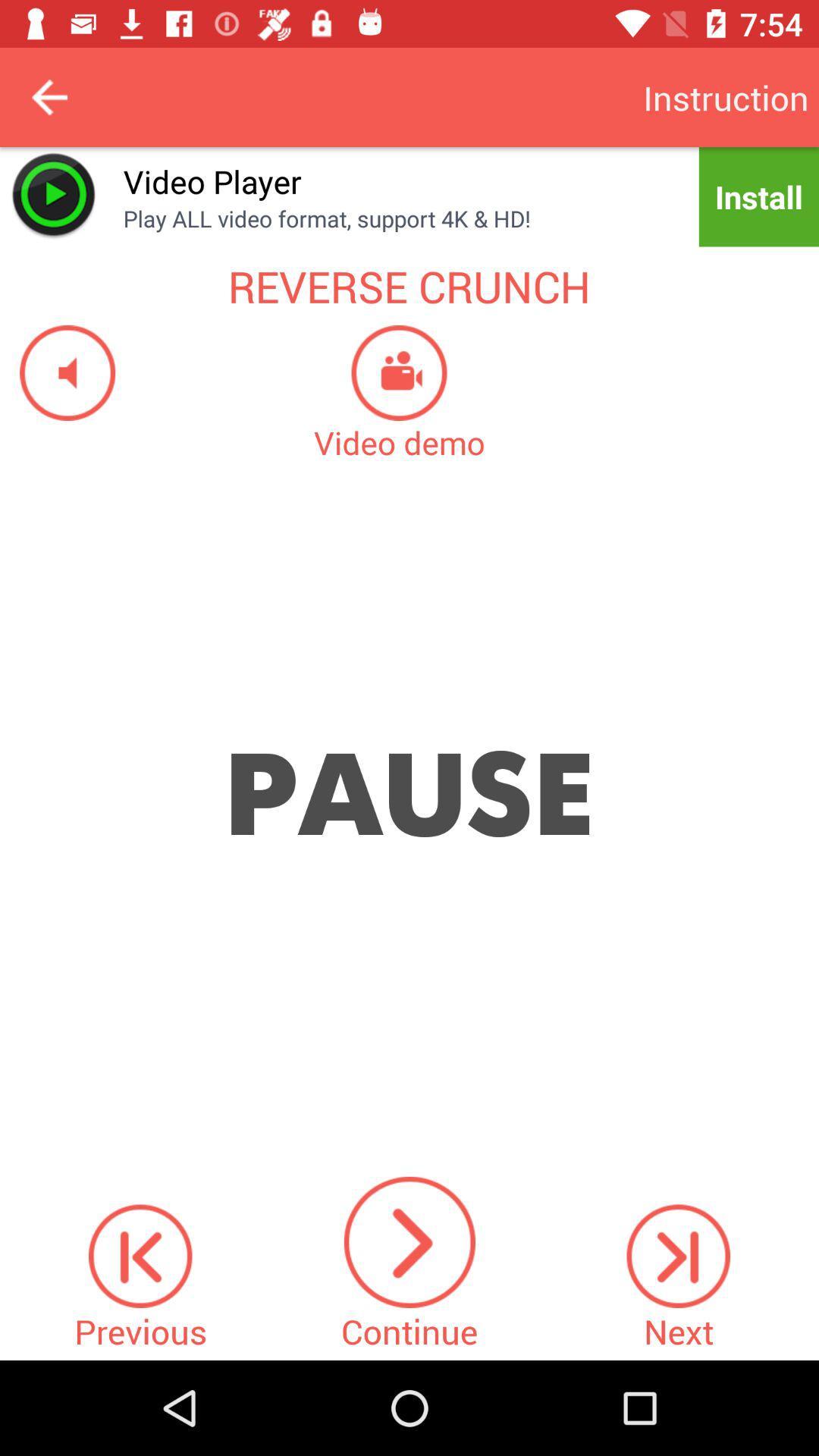 The width and height of the screenshot is (819, 1456). I want to click on go back, so click(49, 96).